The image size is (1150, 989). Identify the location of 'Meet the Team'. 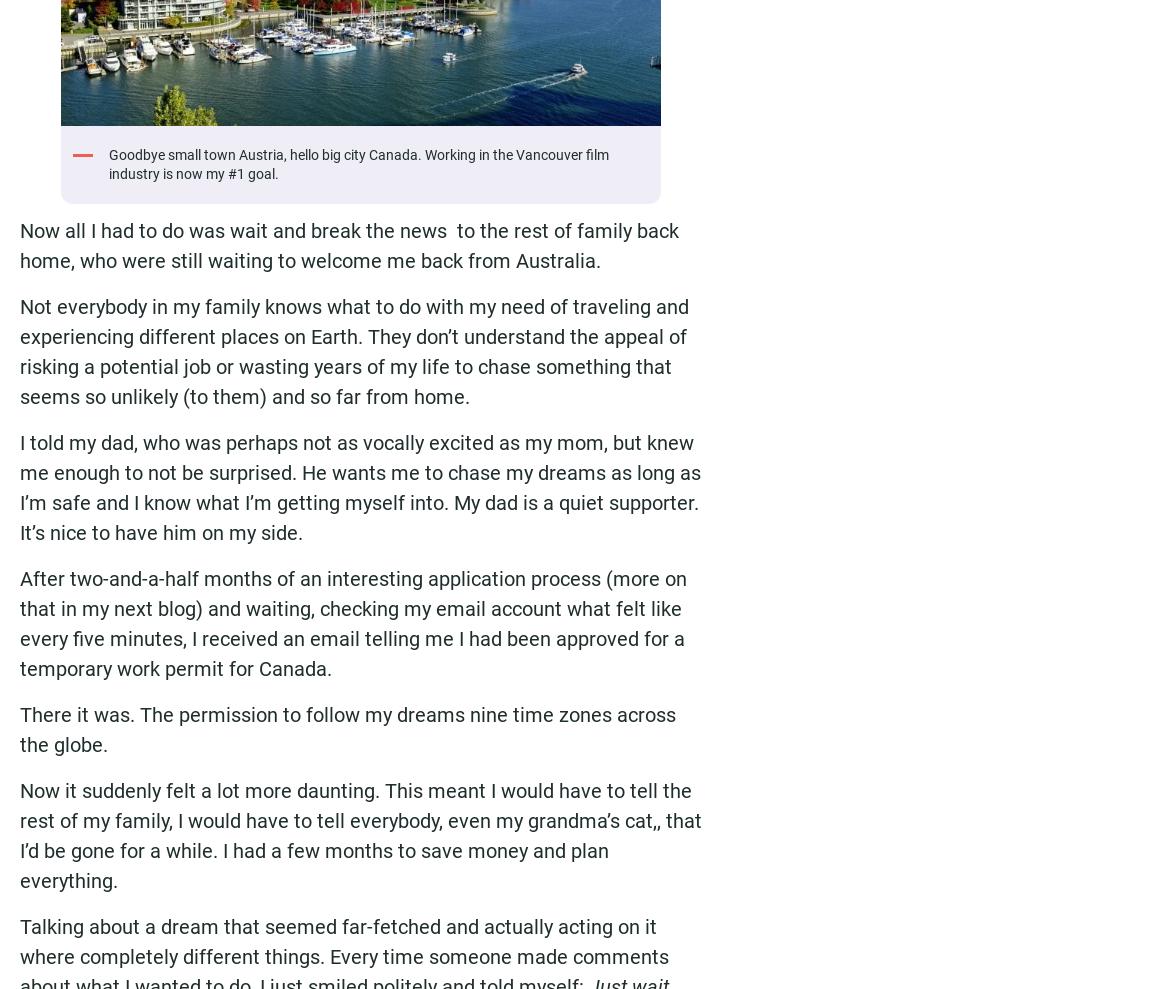
(1007, 176).